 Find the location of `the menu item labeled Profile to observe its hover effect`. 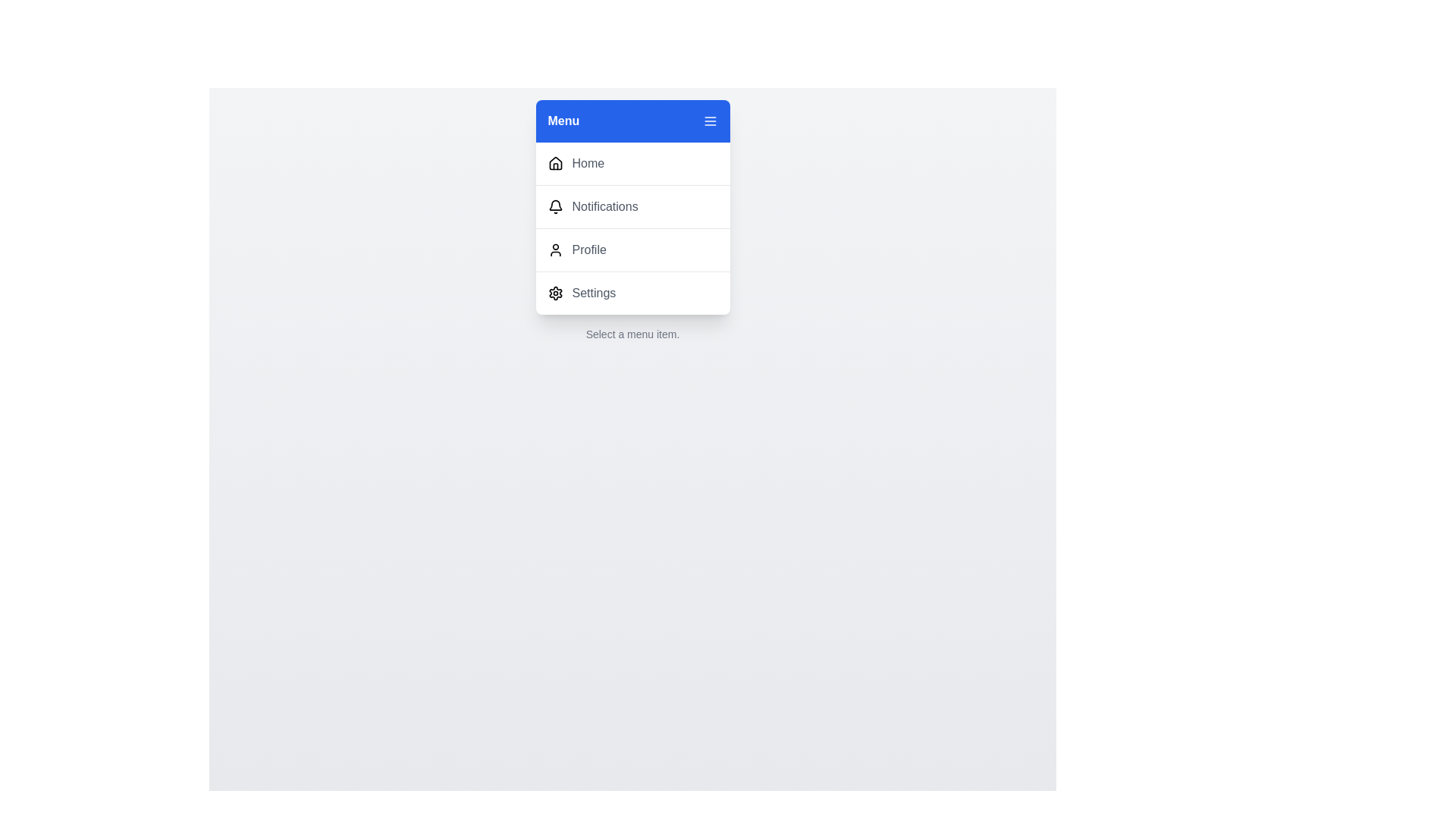

the menu item labeled Profile to observe its hover effect is located at coordinates (632, 249).